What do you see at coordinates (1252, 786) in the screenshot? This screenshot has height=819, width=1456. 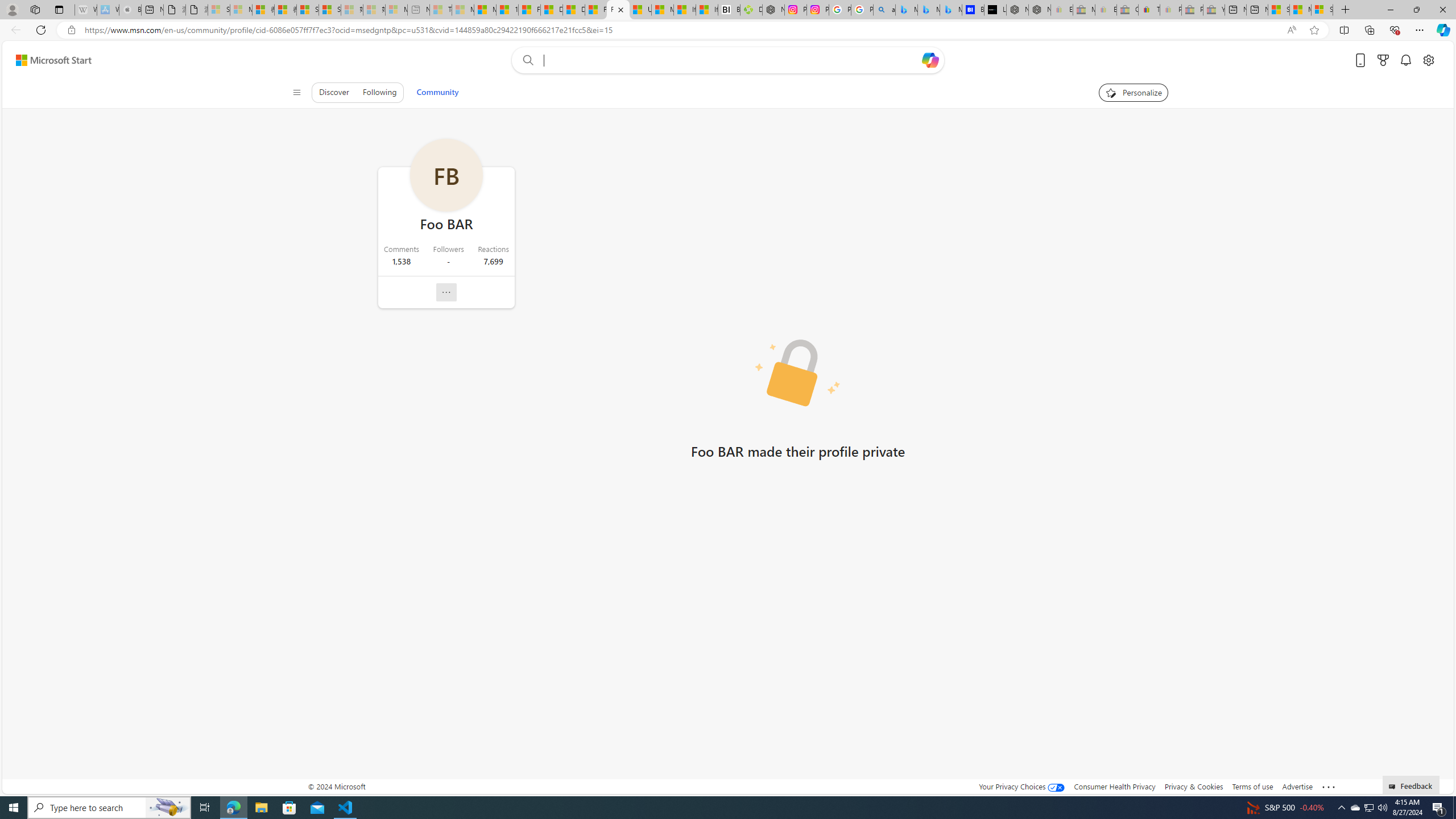 I see `'Terms of use'` at bounding box center [1252, 786].